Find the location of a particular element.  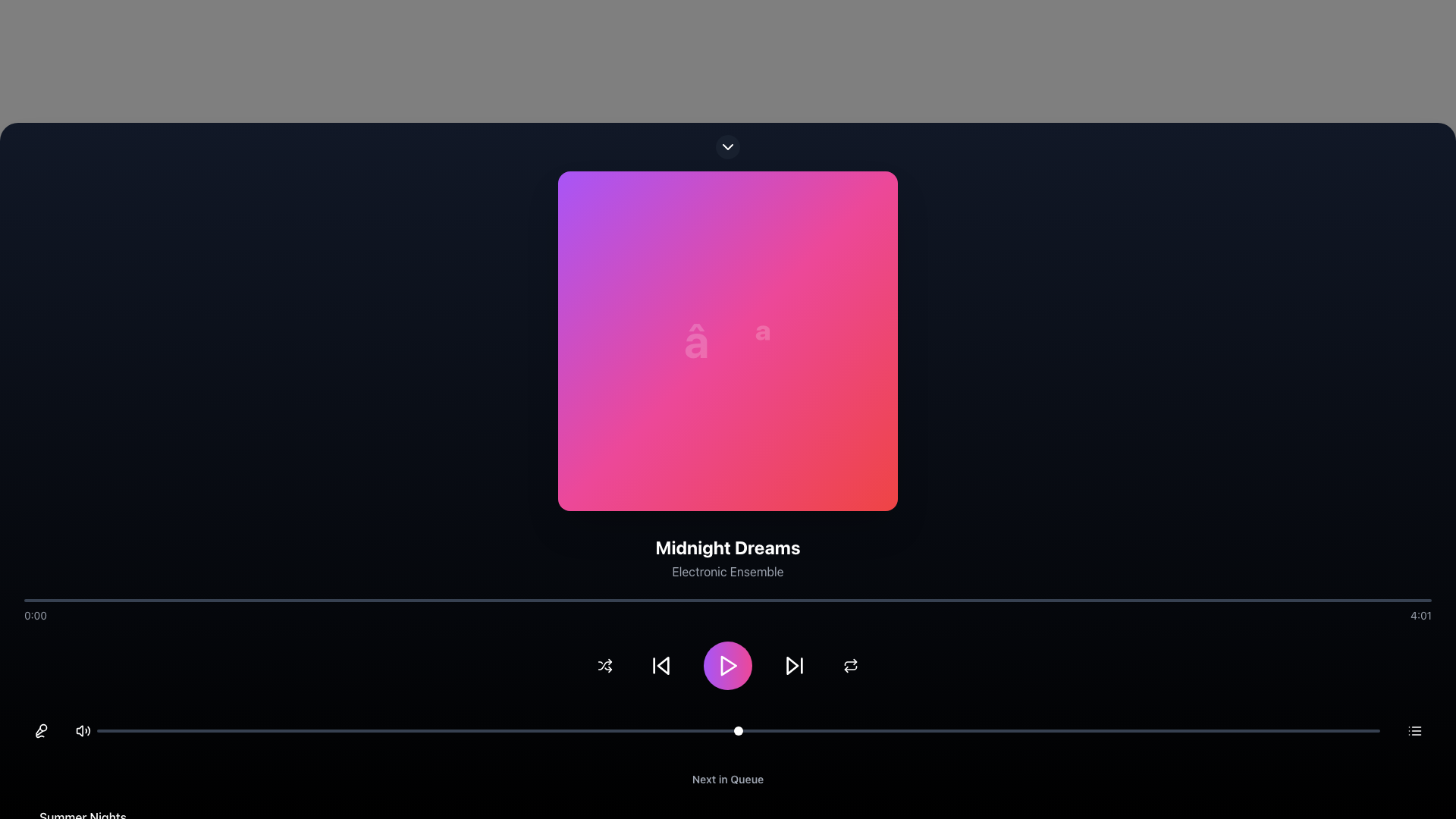

playback position is located at coordinates (770, 599).